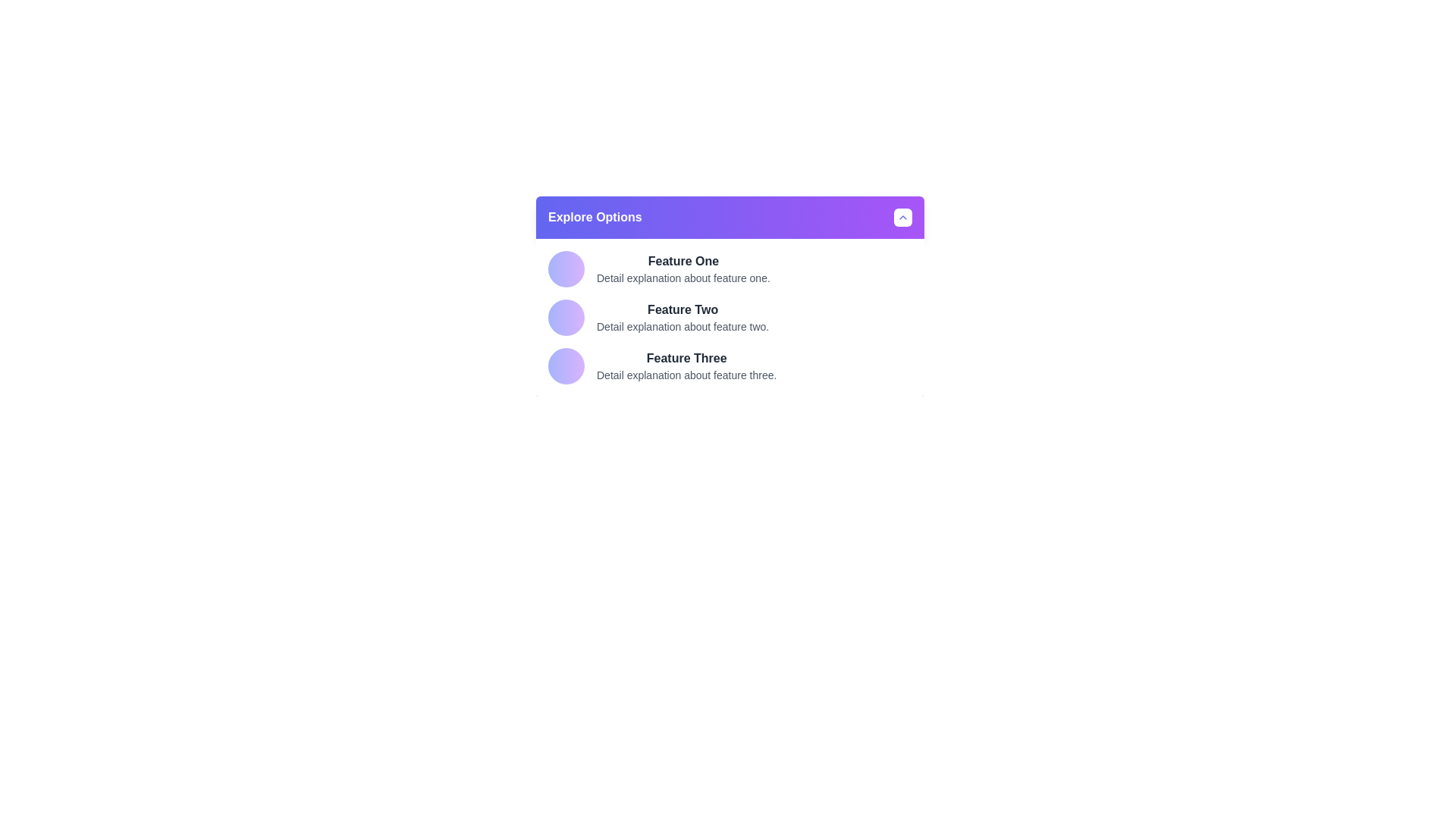 The image size is (1456, 819). What do you see at coordinates (682, 317) in the screenshot?
I see `text from the second feature description block located below 'Feature One' and above 'Feature Three', positioned towards the right side of a circular icon with a gradient background` at bounding box center [682, 317].